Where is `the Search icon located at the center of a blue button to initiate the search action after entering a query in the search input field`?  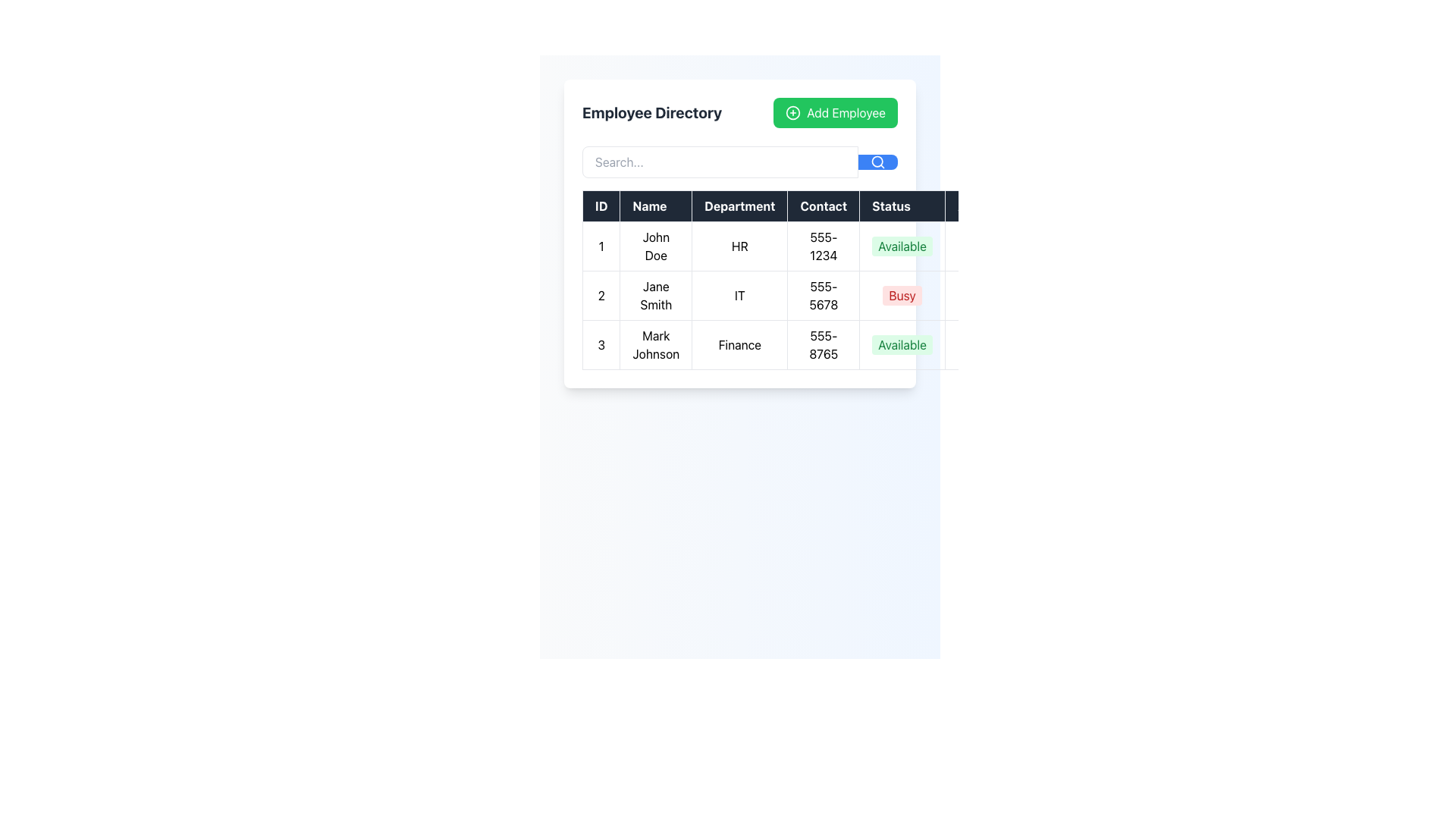
the Search icon located at the center of a blue button to initiate the search action after entering a query in the search input field is located at coordinates (877, 162).